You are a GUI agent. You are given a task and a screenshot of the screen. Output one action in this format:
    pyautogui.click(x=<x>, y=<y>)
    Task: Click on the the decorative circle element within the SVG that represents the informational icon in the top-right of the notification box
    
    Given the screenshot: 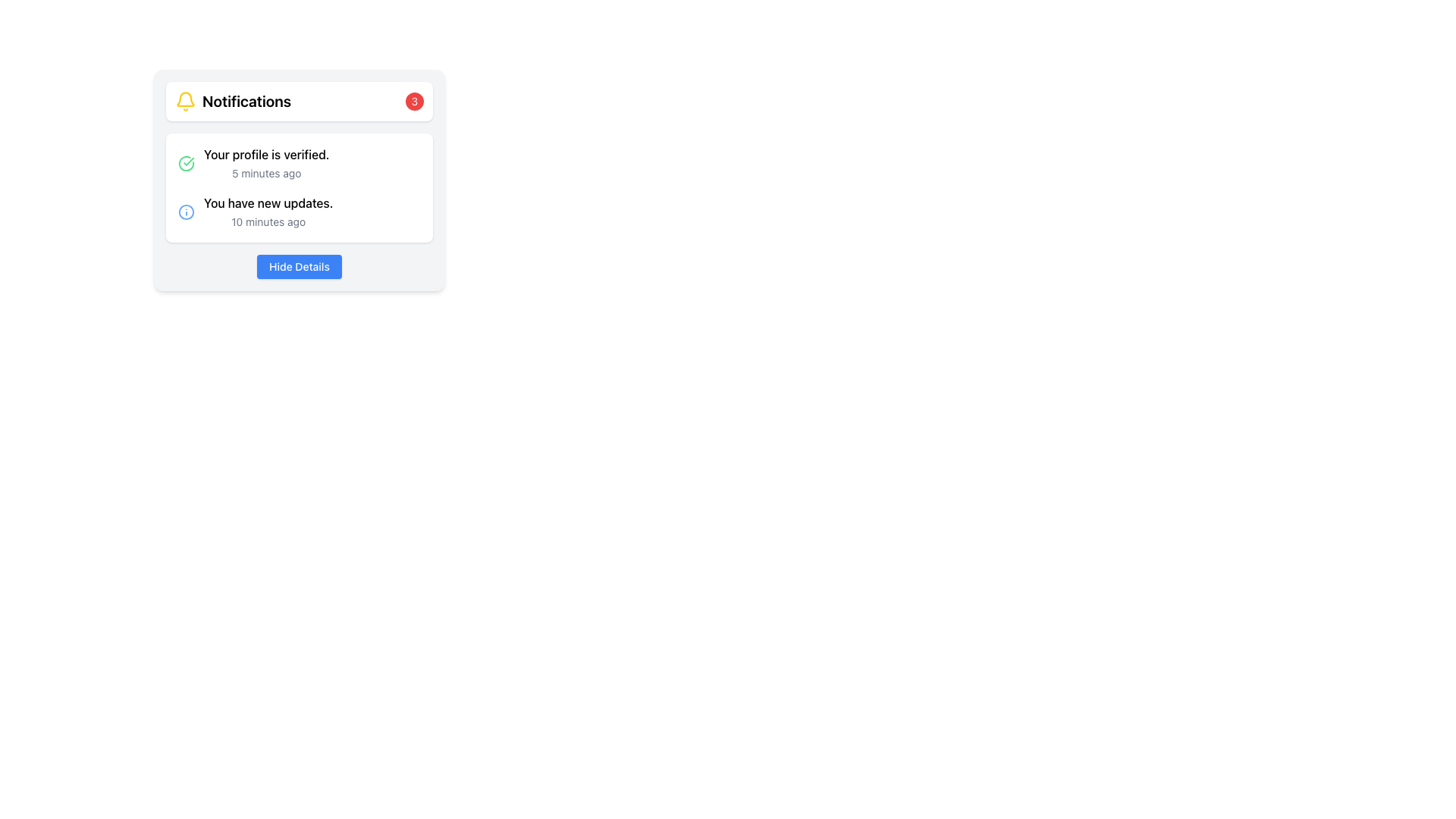 What is the action you would take?
    pyautogui.click(x=185, y=212)
    